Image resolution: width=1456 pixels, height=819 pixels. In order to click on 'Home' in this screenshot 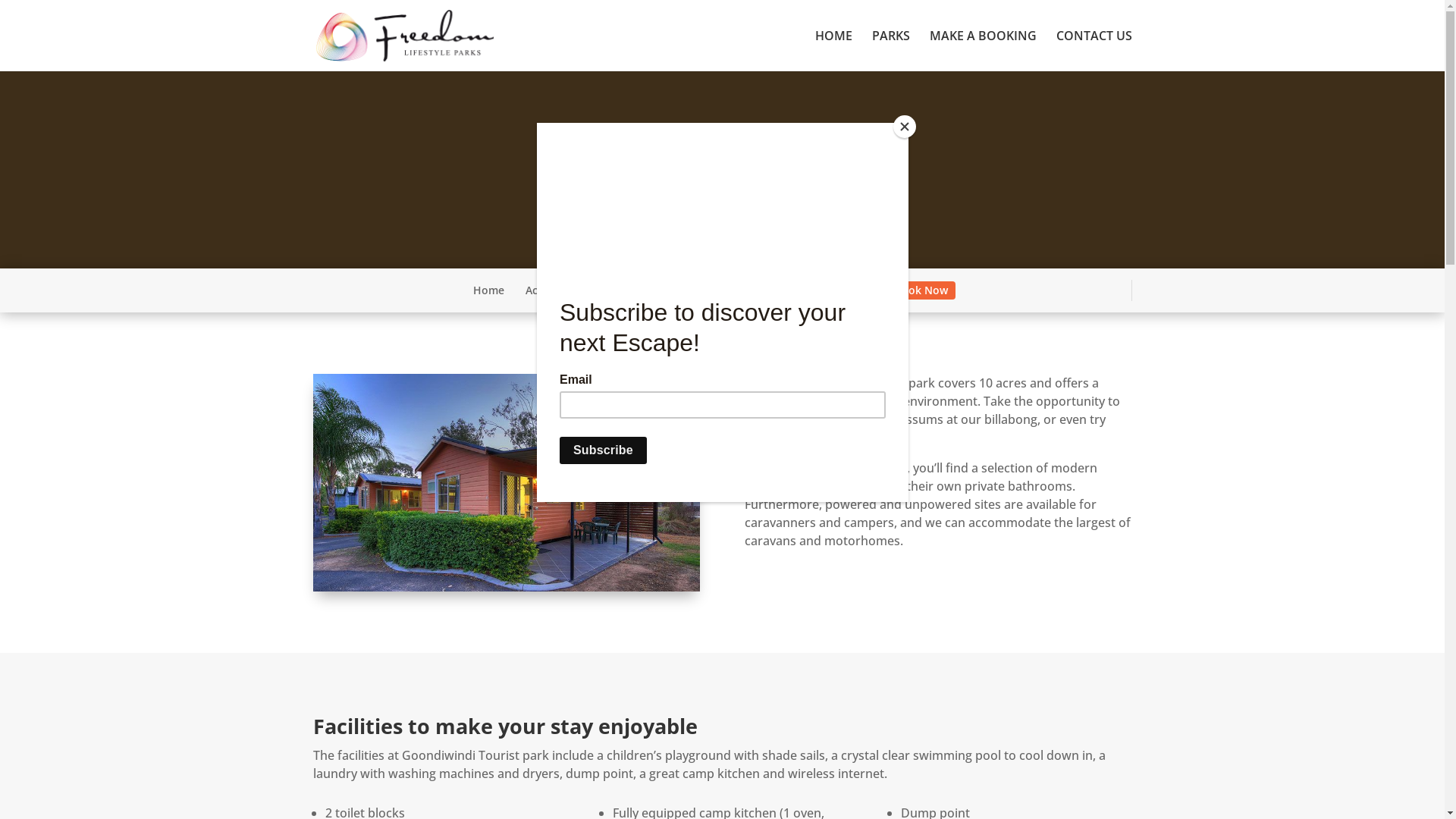, I will do `click(488, 290)`.